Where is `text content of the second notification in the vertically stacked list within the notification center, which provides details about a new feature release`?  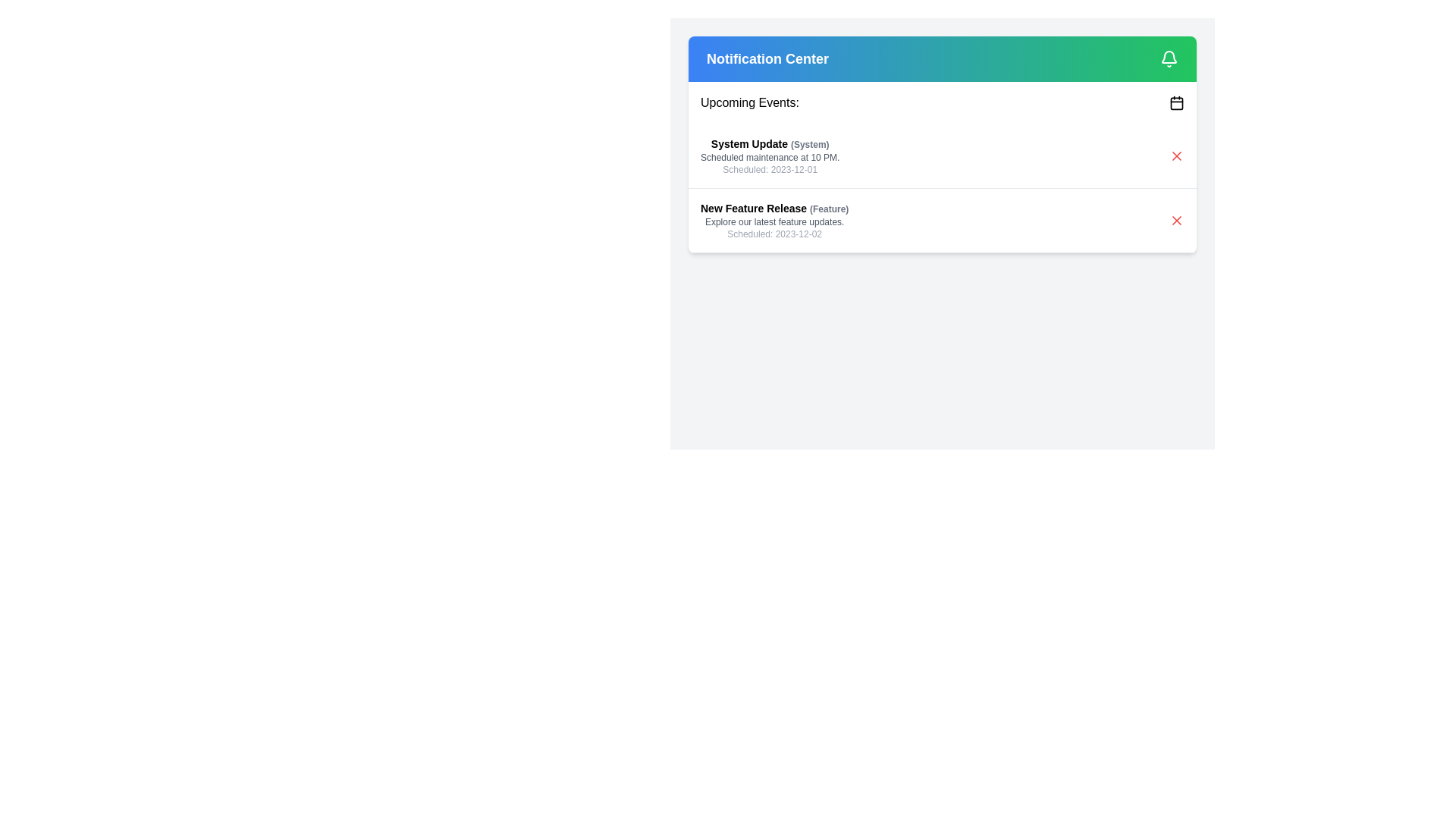
text content of the second notification in the vertically stacked list within the notification center, which provides details about a new feature release is located at coordinates (774, 220).